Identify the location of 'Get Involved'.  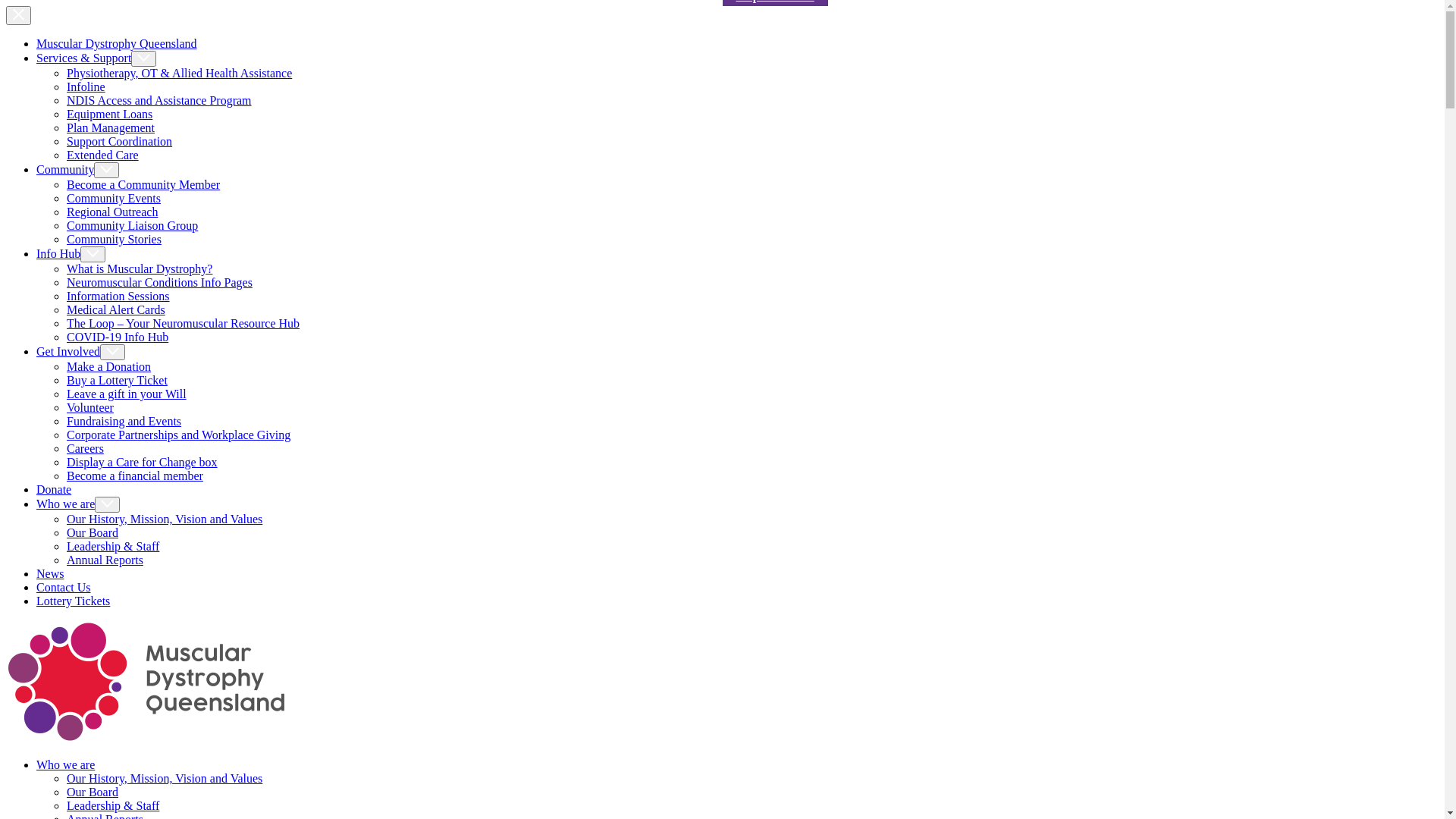
(80, 351).